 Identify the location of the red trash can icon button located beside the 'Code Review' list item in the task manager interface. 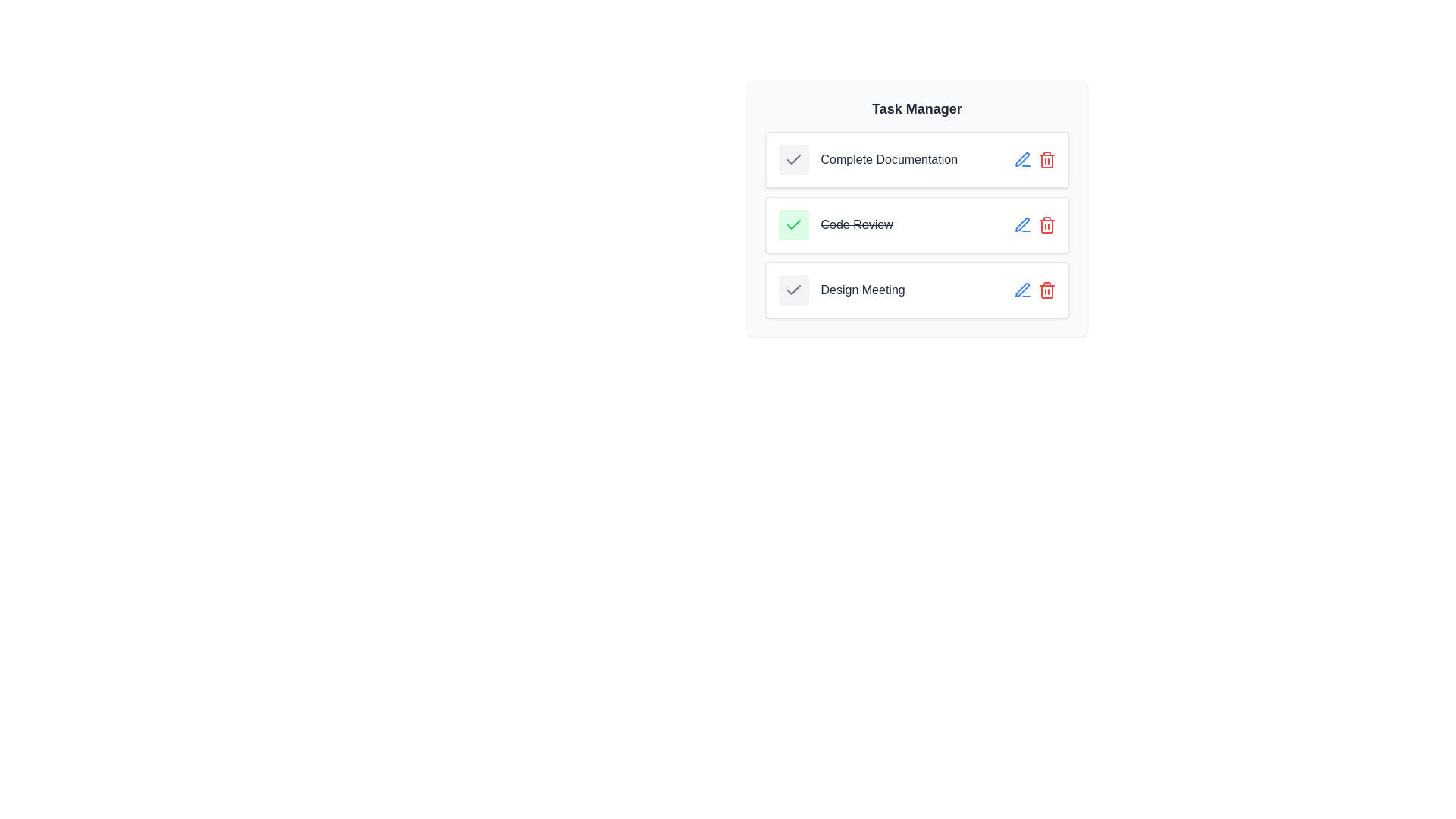
(1046, 225).